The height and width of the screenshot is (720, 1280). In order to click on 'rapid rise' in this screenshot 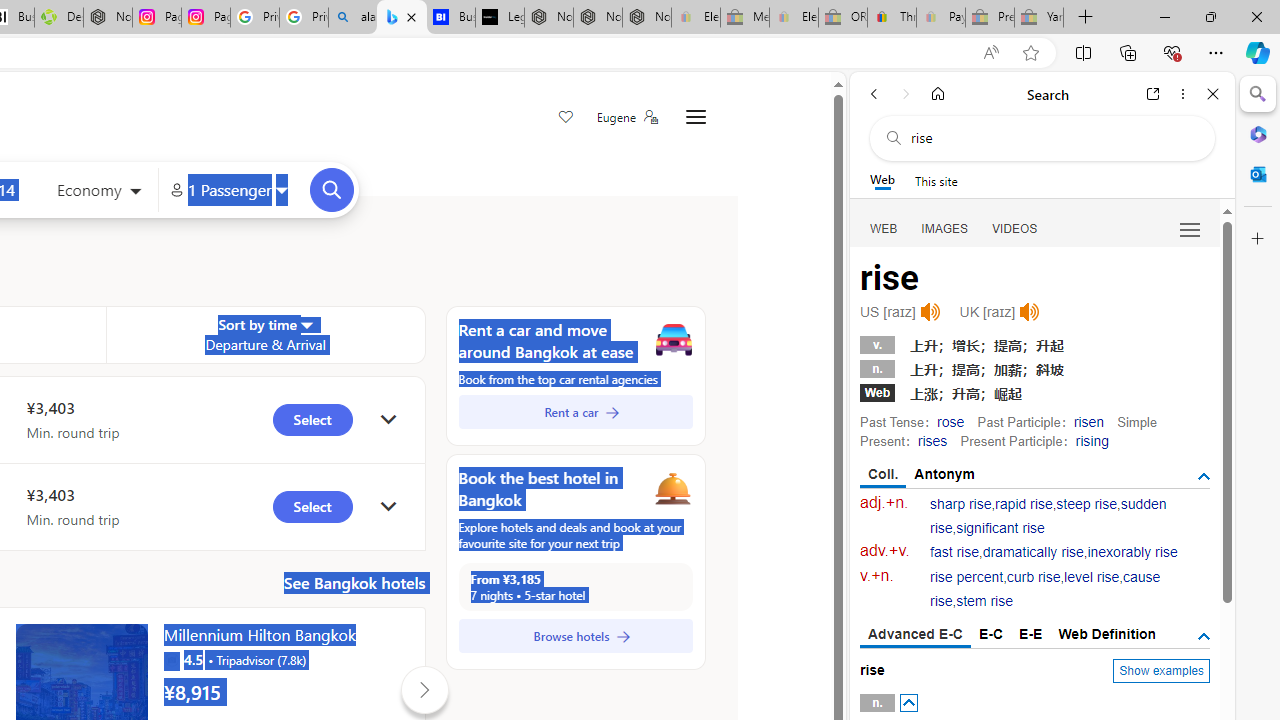, I will do `click(1024, 503)`.